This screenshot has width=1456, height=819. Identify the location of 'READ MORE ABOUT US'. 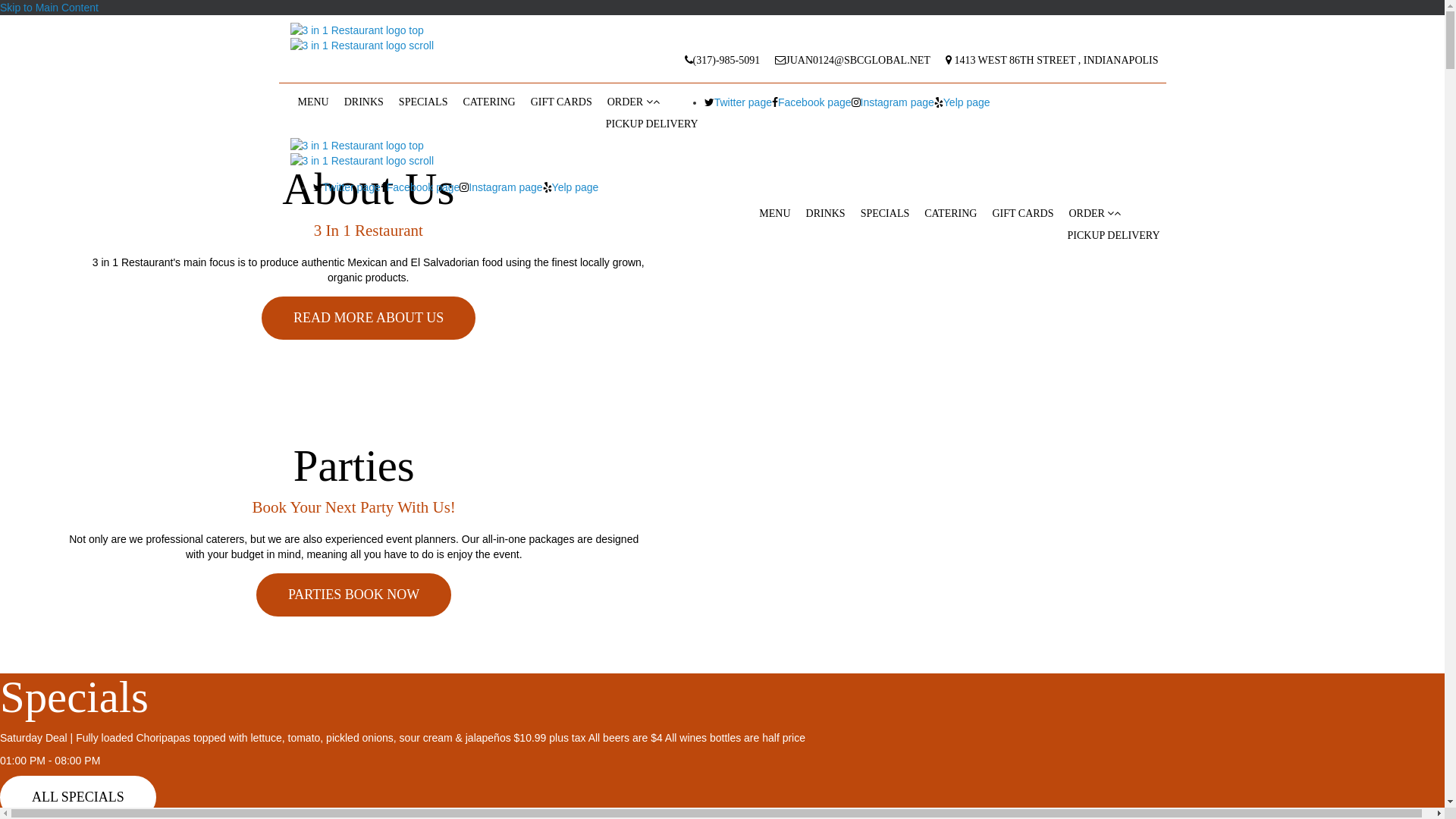
(368, 317).